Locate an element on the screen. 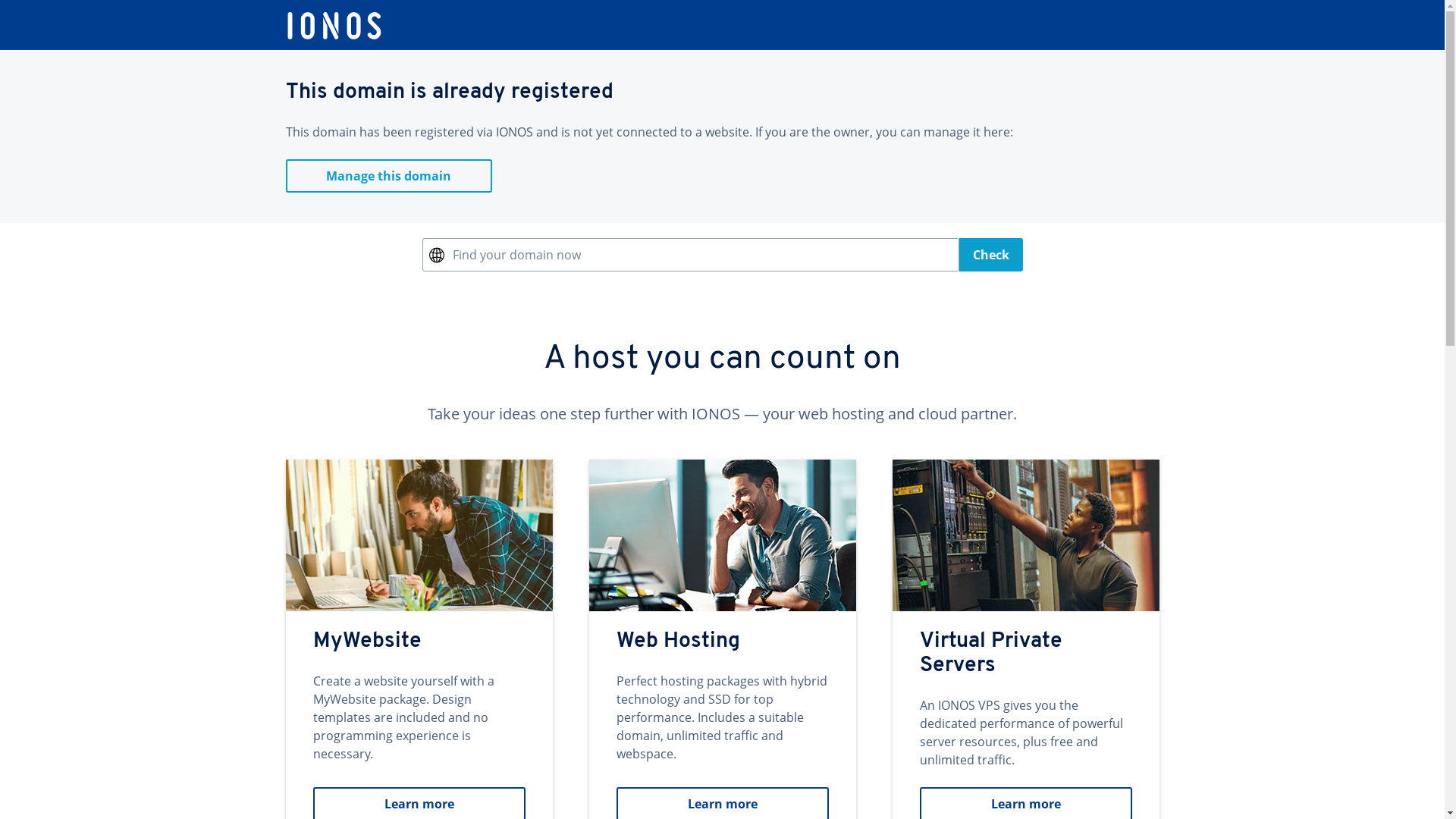  'Check' is located at coordinates (957, 253).